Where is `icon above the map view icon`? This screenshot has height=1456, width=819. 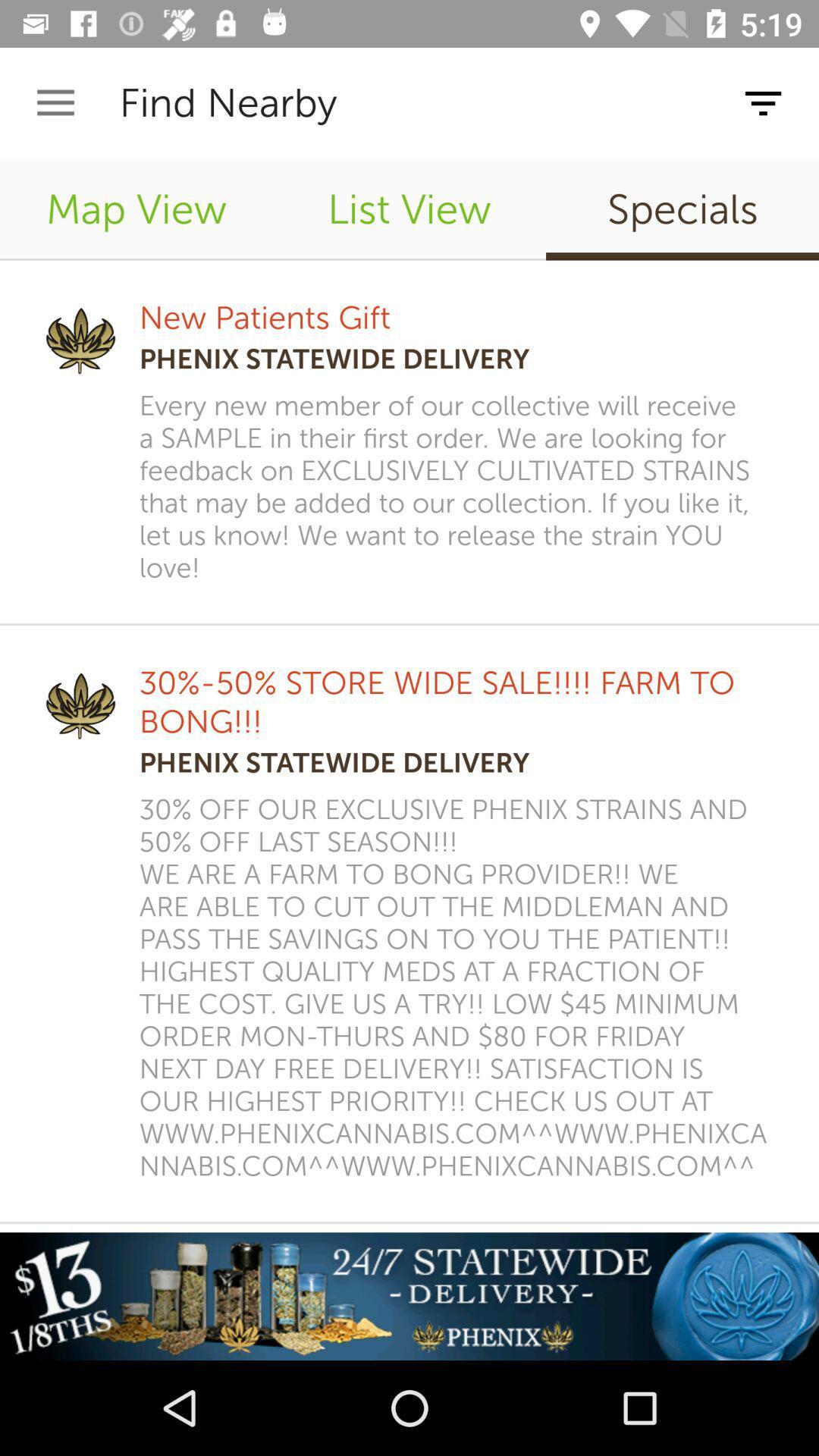 icon above the map view icon is located at coordinates (55, 102).